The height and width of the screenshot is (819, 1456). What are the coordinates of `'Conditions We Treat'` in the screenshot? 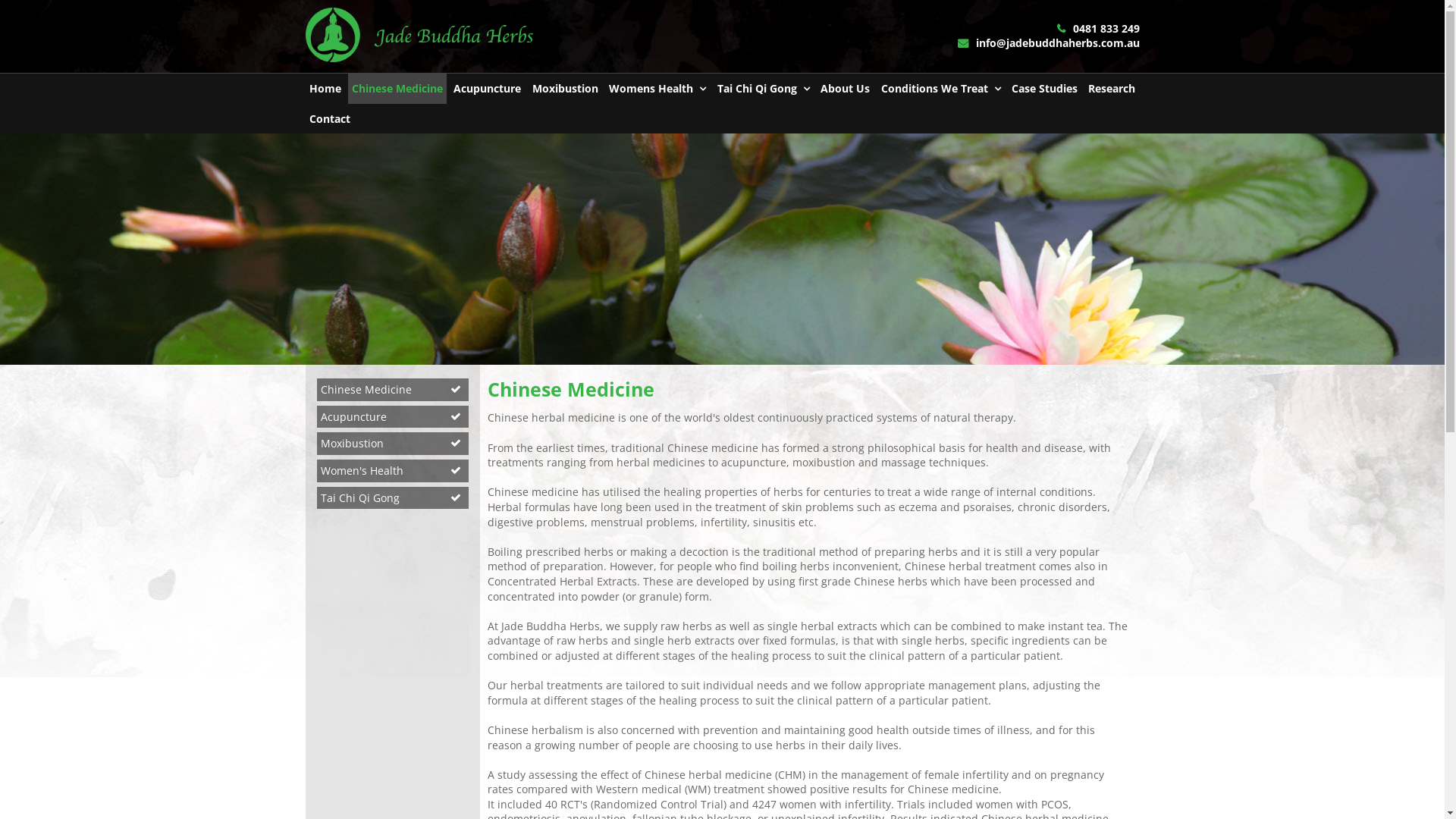 It's located at (940, 88).